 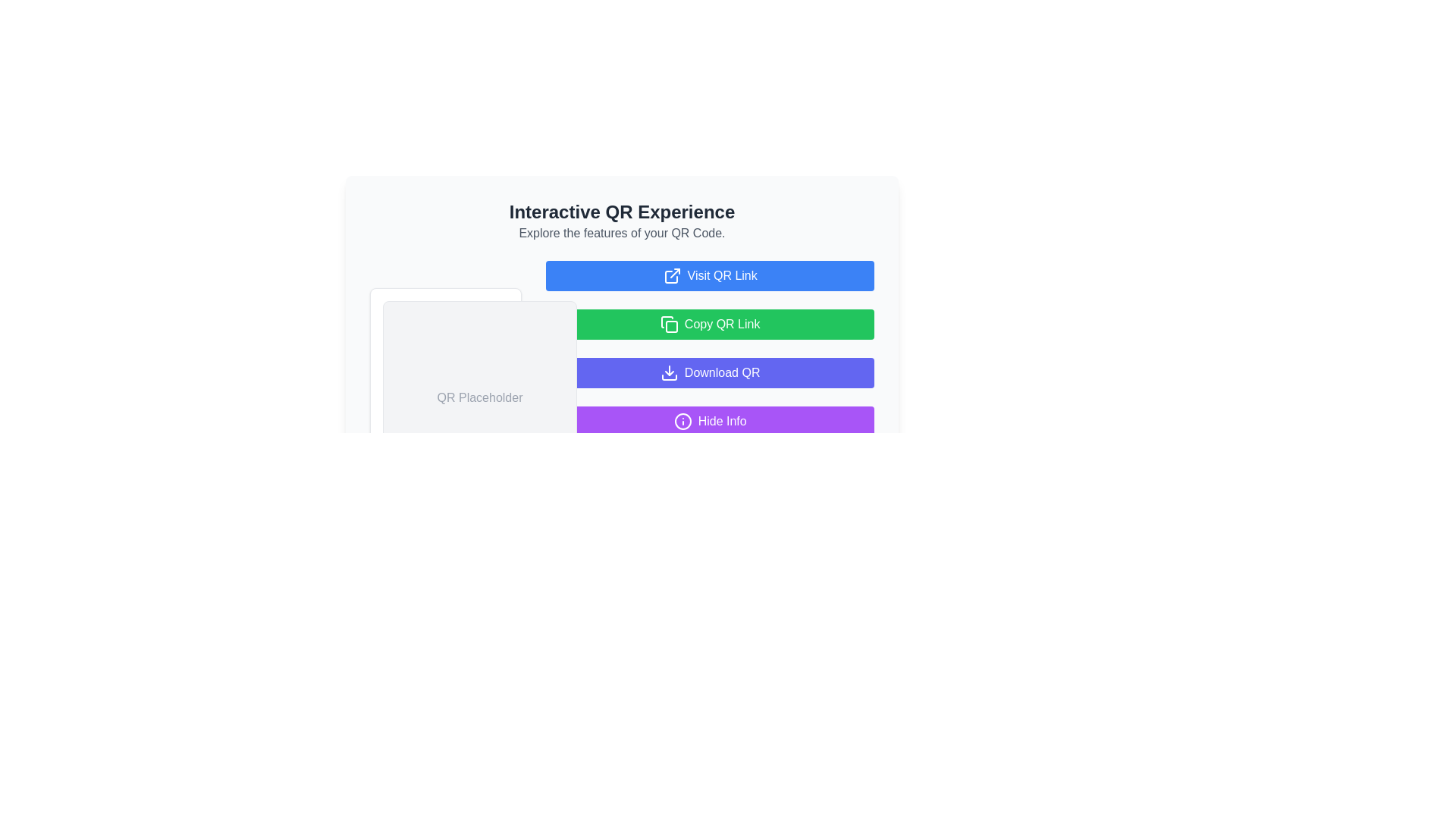 What do you see at coordinates (622, 212) in the screenshot?
I see `bold, large text that says 'Interactive QR Experience', which is styled in dark gray and positioned centrally above the smaller text below it` at bounding box center [622, 212].